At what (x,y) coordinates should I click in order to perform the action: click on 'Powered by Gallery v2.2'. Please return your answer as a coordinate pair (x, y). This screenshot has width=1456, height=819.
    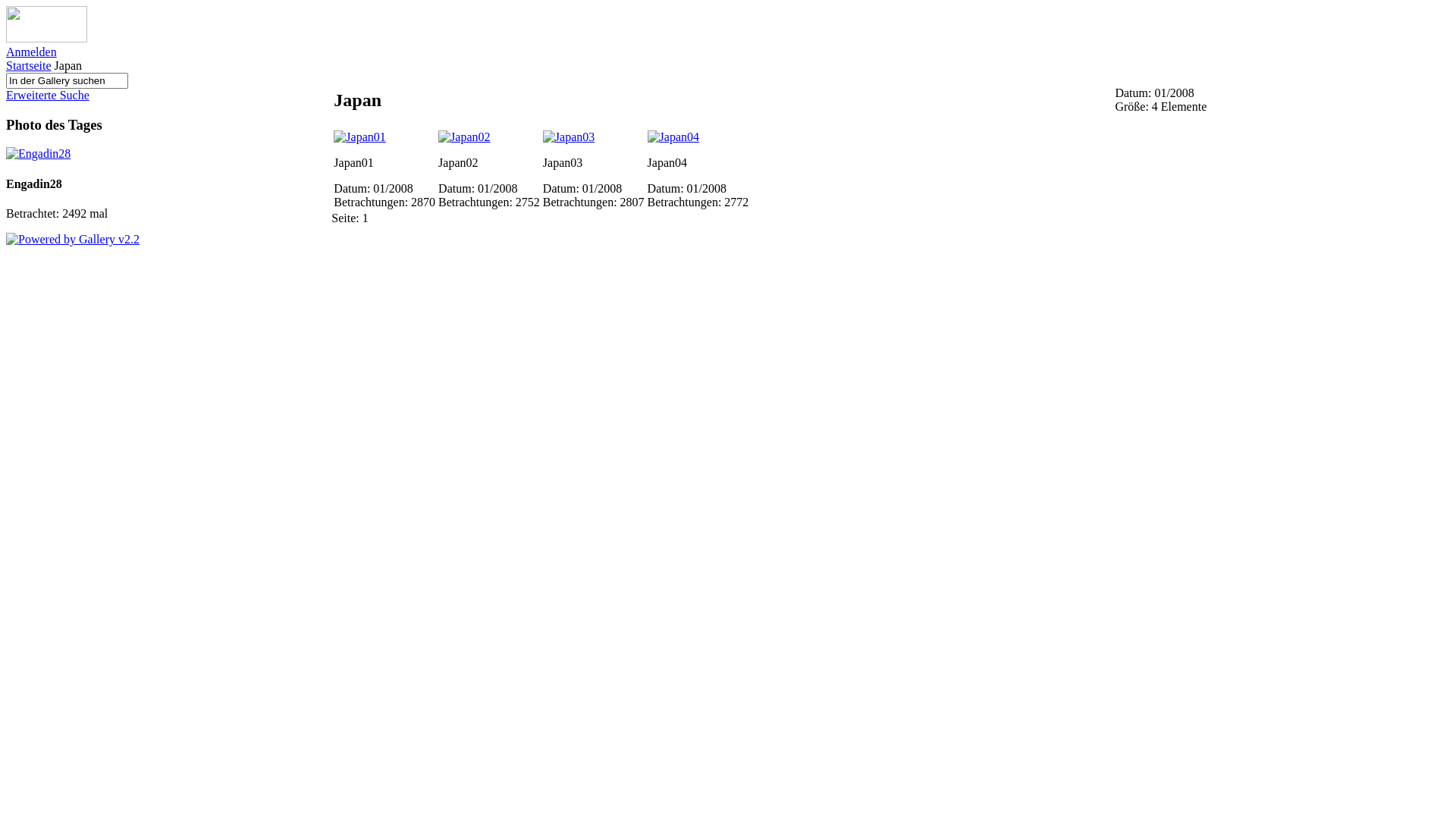
    Looking at the image, I should click on (72, 239).